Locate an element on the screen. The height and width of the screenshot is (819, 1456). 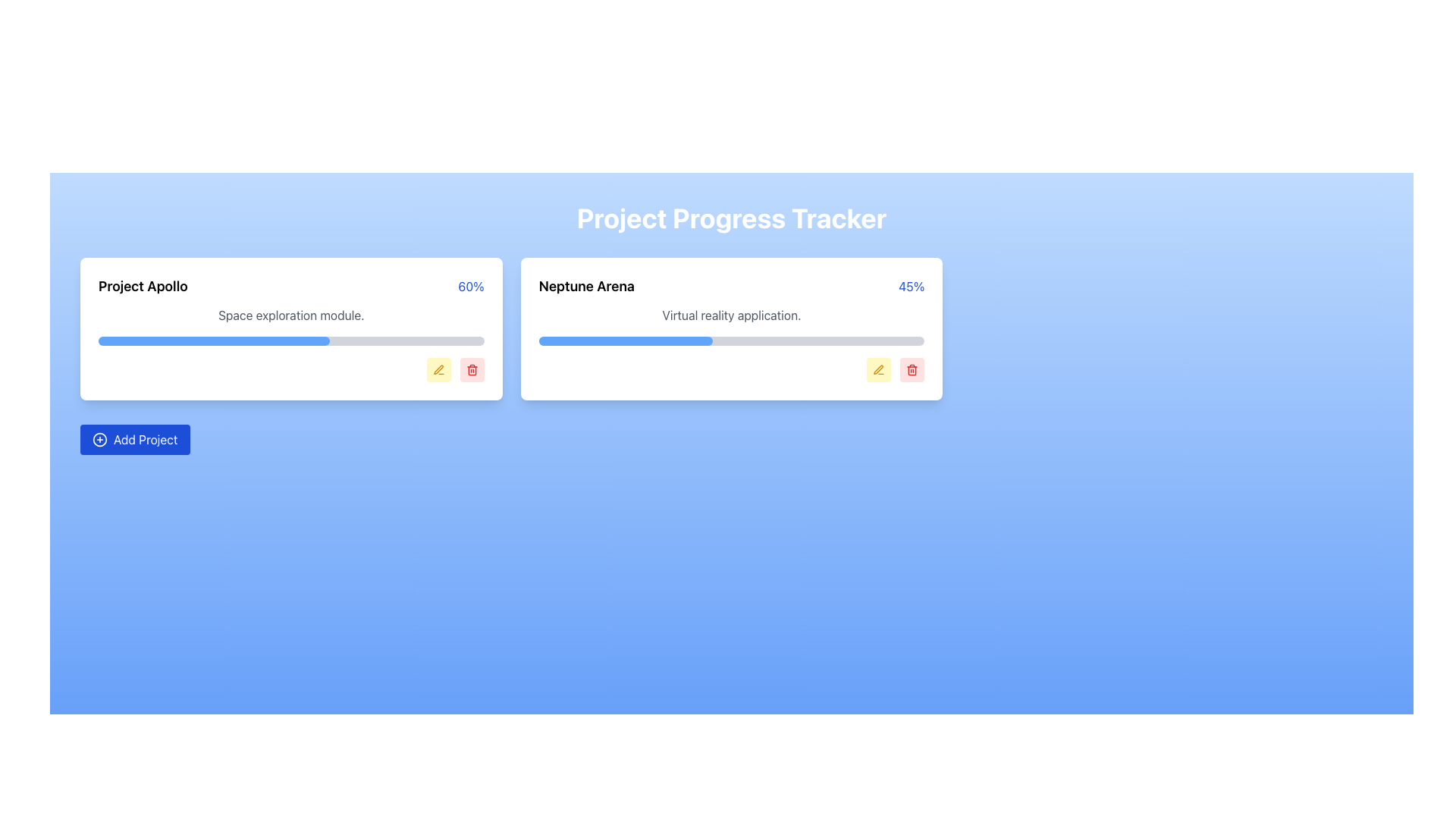
progress bar of the second project summary card in the 'Project Progress Tracker' section, located to the right of the 'Project Apollo' card is located at coordinates (731, 328).